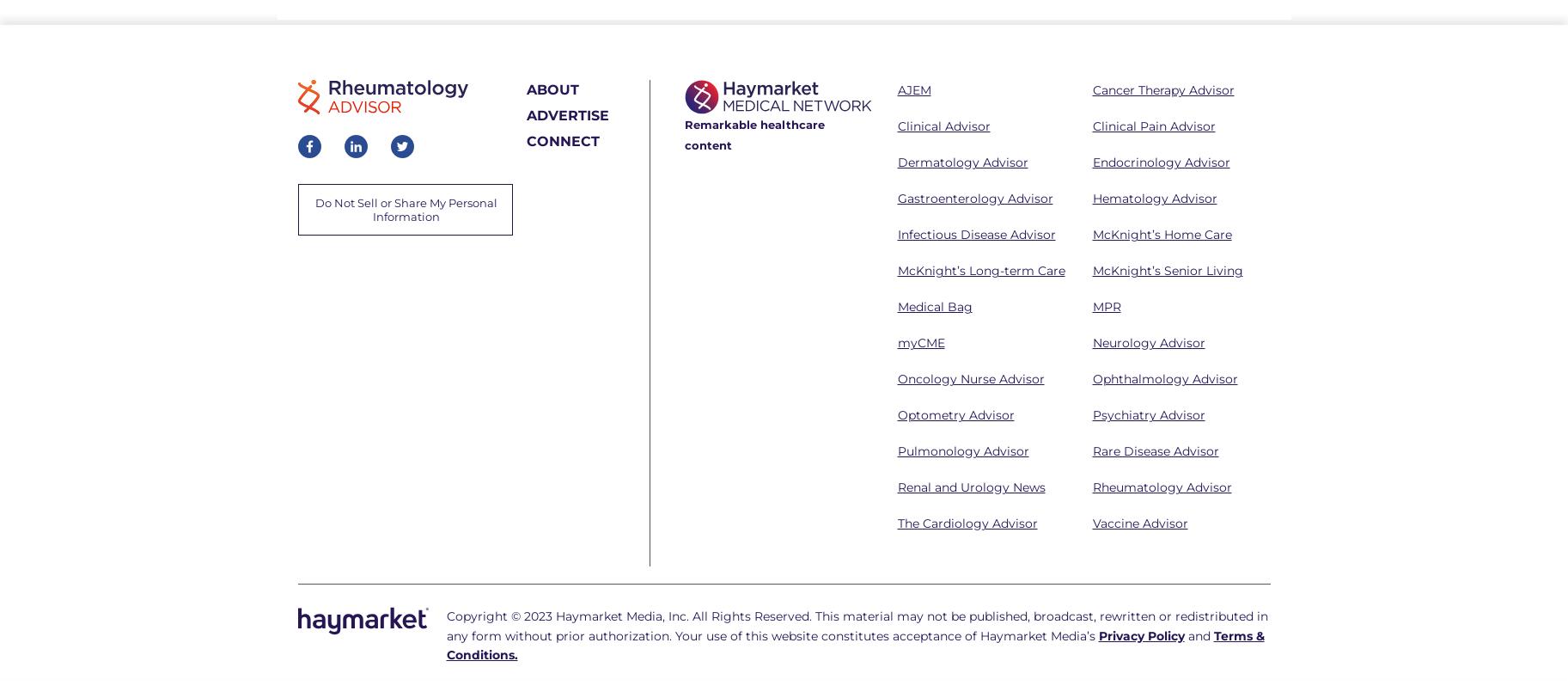  Describe the element at coordinates (525, 89) in the screenshot. I see `'ABOUT'` at that location.